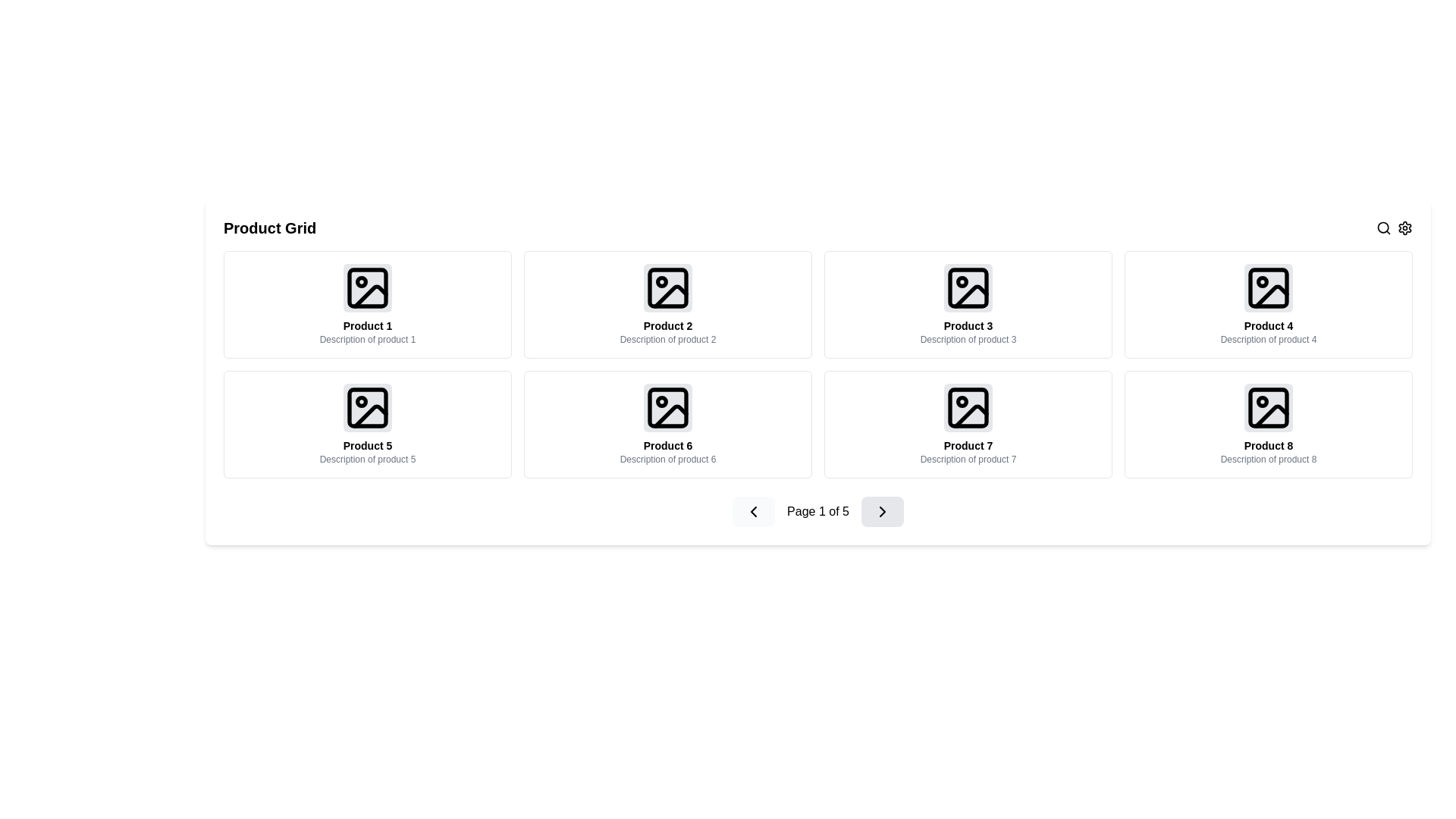 Image resolution: width=1456 pixels, height=819 pixels. What do you see at coordinates (1383, 227) in the screenshot?
I see `the search icon located at the top-right corner of the layout` at bounding box center [1383, 227].